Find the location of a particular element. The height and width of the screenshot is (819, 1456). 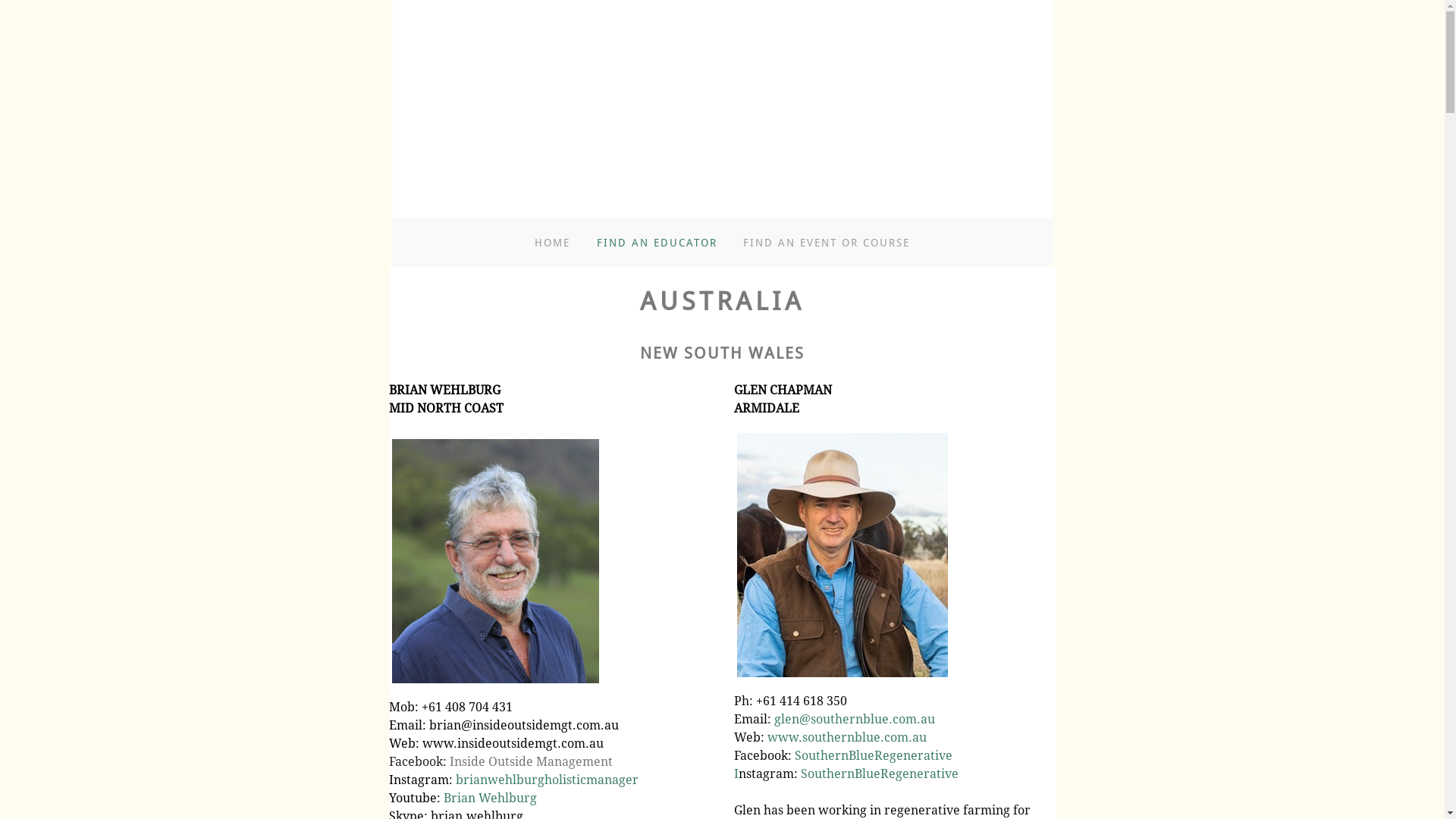

'brian@insideoutsidemgt.com.au' is located at coordinates (428, 724).